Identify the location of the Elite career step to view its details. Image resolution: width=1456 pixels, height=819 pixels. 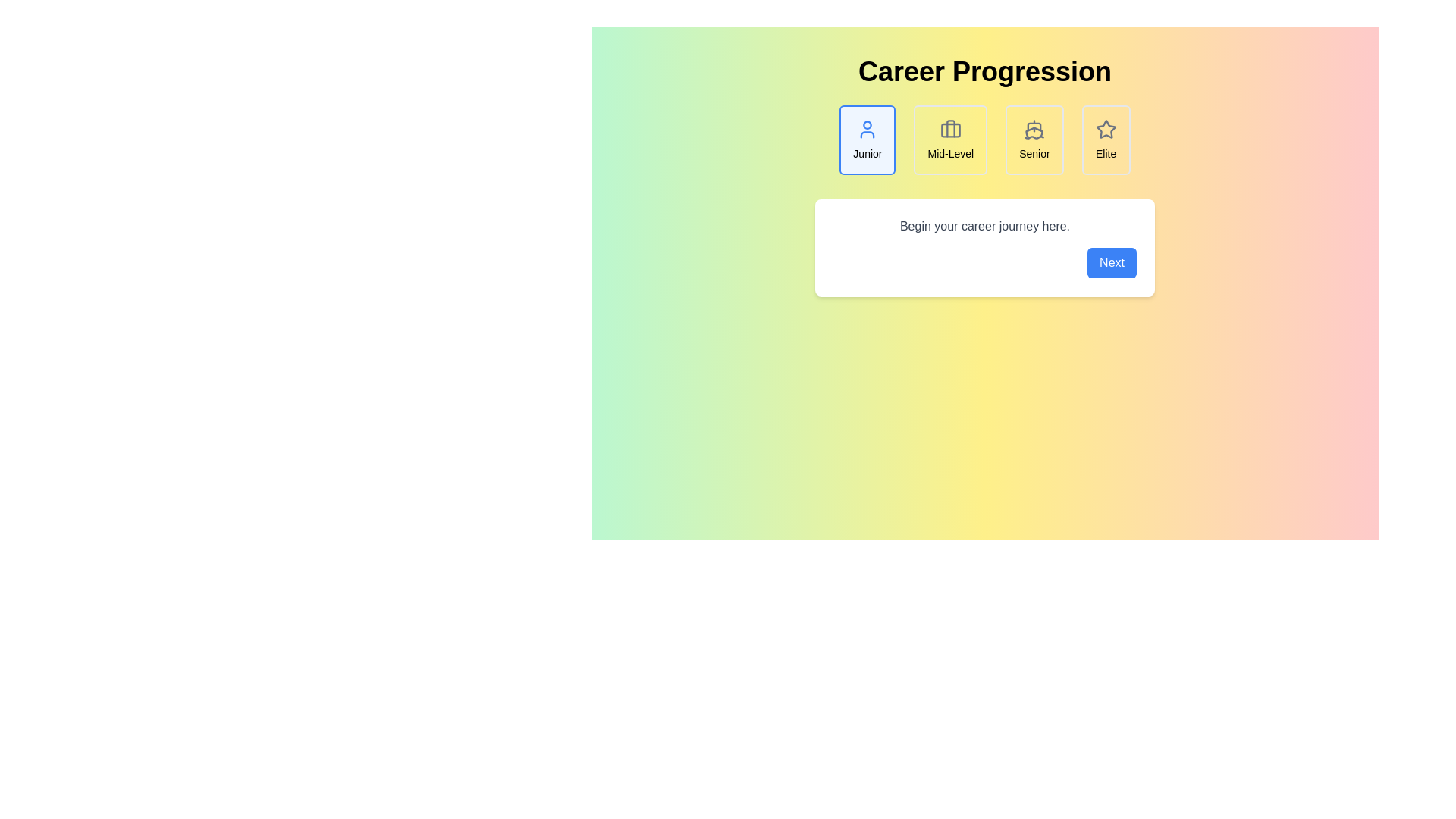
(1106, 140).